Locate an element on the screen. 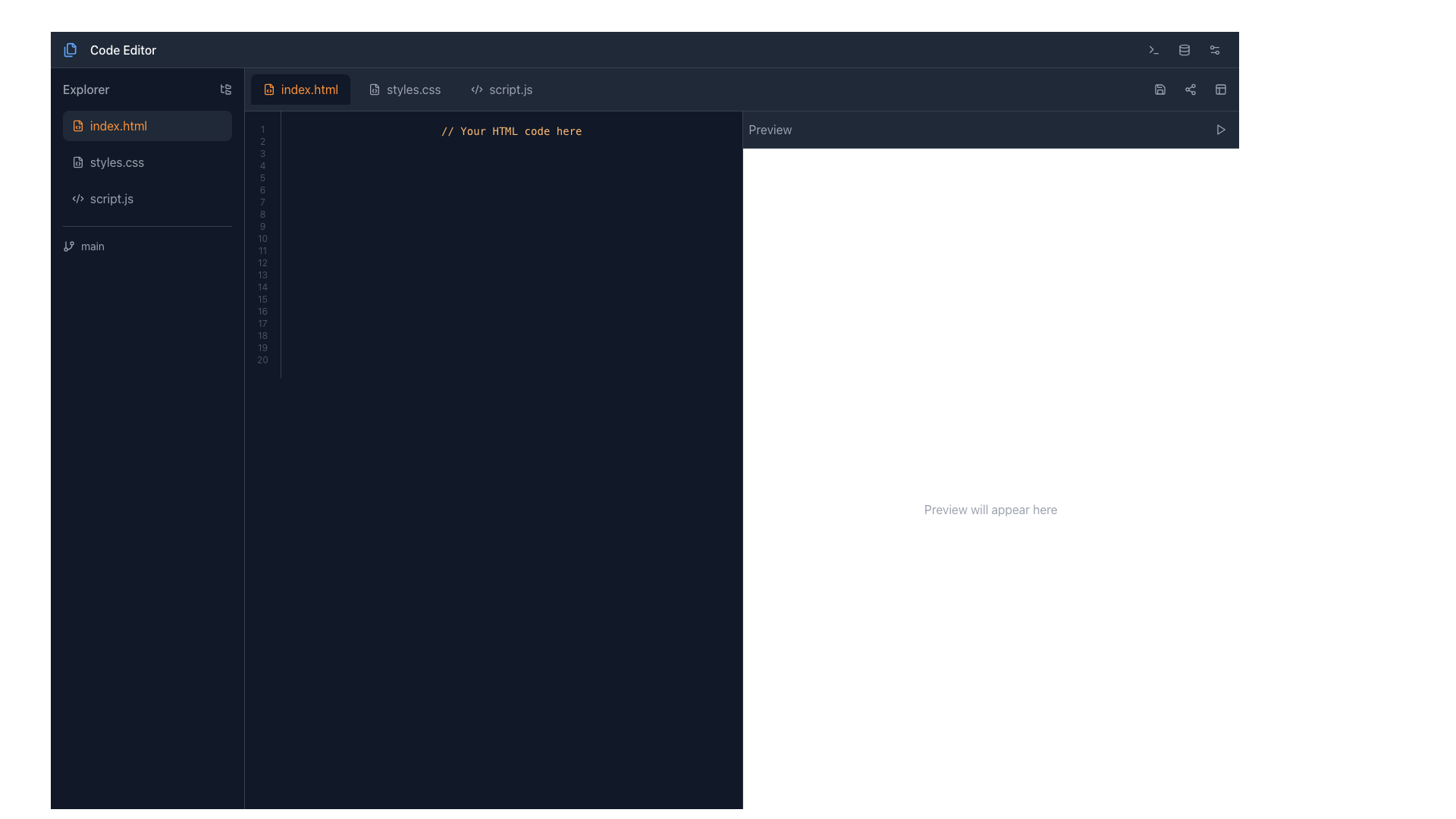 This screenshot has width=1456, height=819. the leftmost button in the group of three buttons at the top-right corner of the interface to invoke its action is located at coordinates (1153, 49).